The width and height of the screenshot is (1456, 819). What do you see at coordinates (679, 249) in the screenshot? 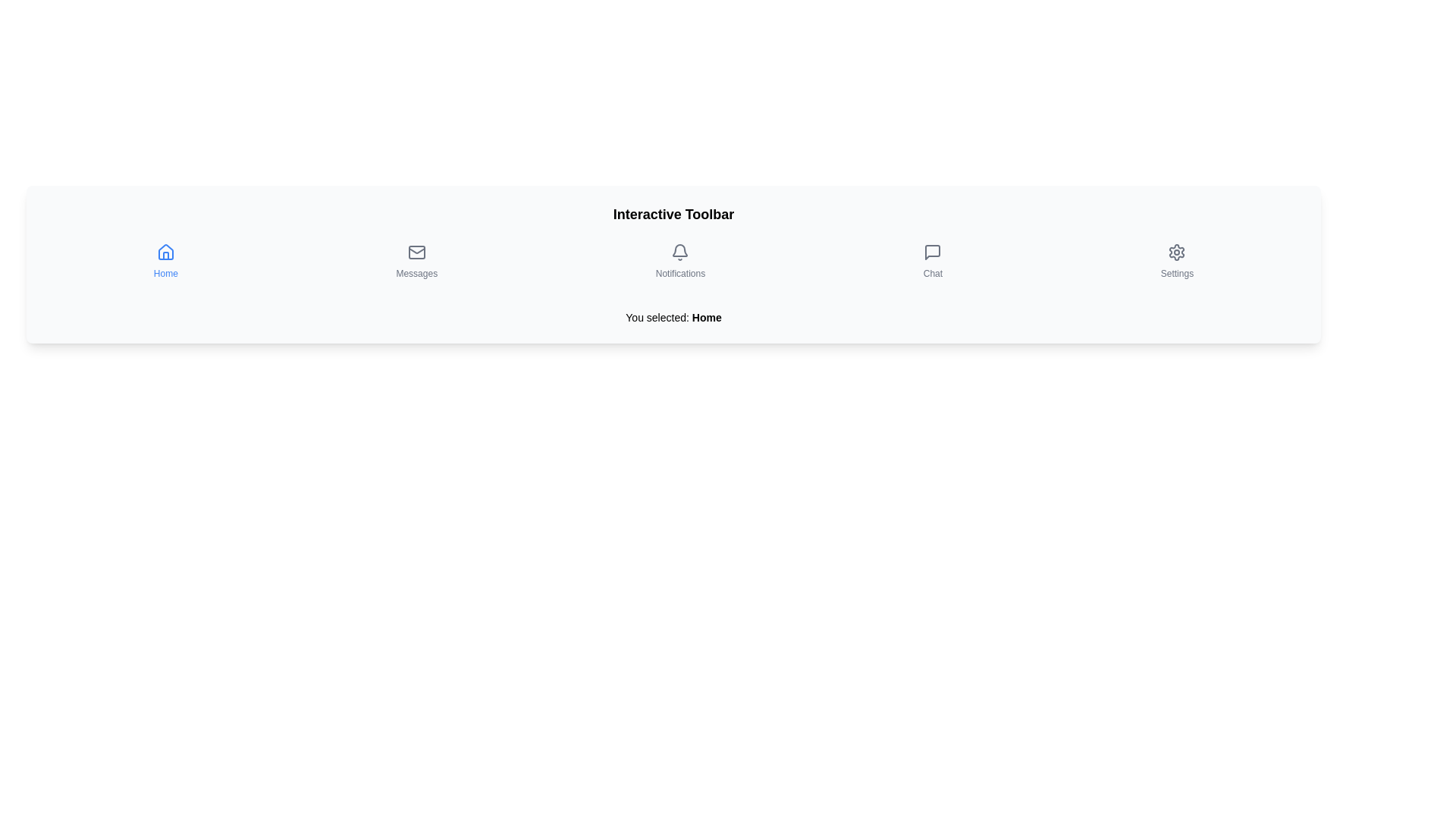
I see `the notification icon located above the 'Notifications' label` at bounding box center [679, 249].